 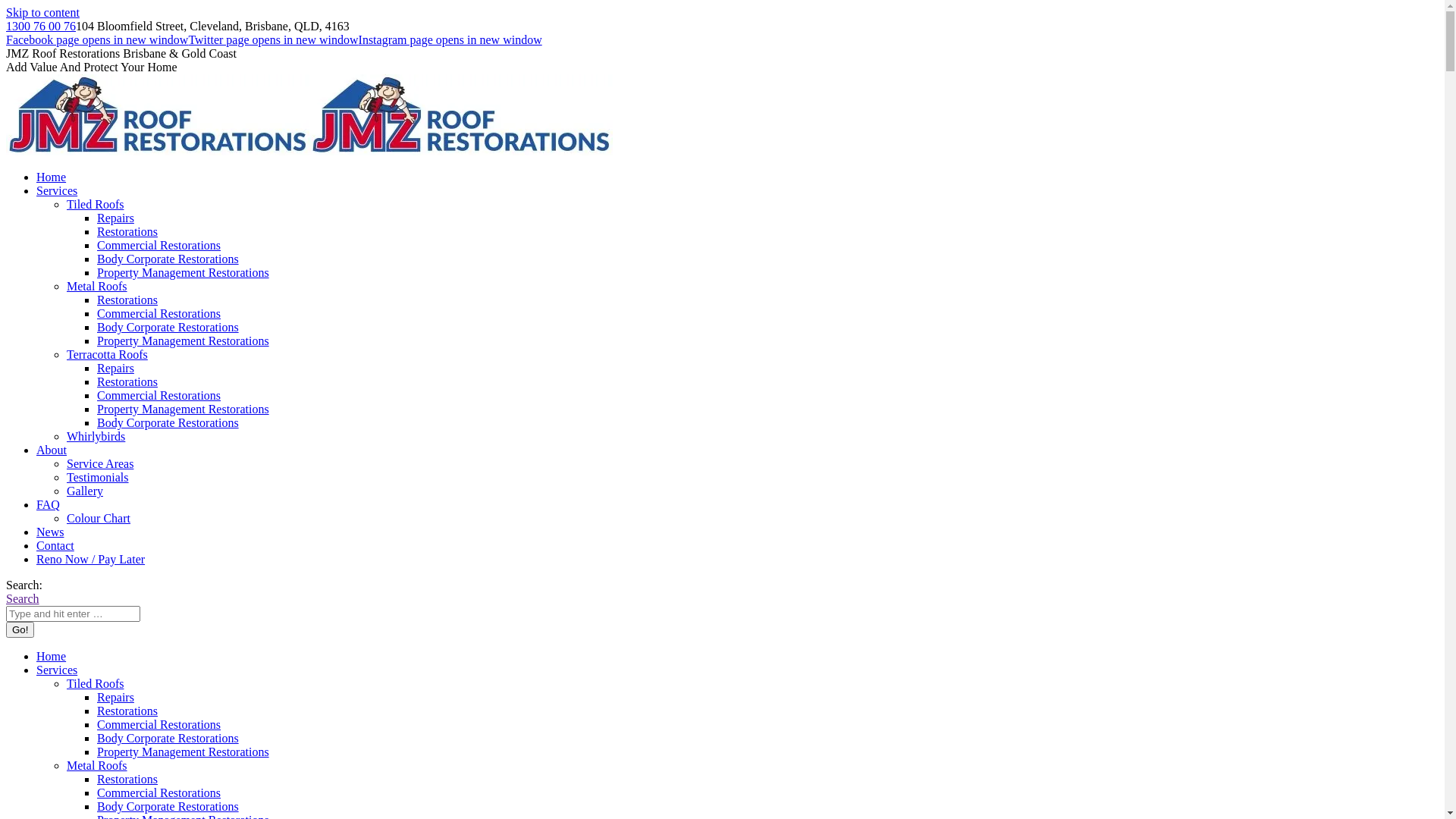 I want to click on 'Search form', so click(x=72, y=613).